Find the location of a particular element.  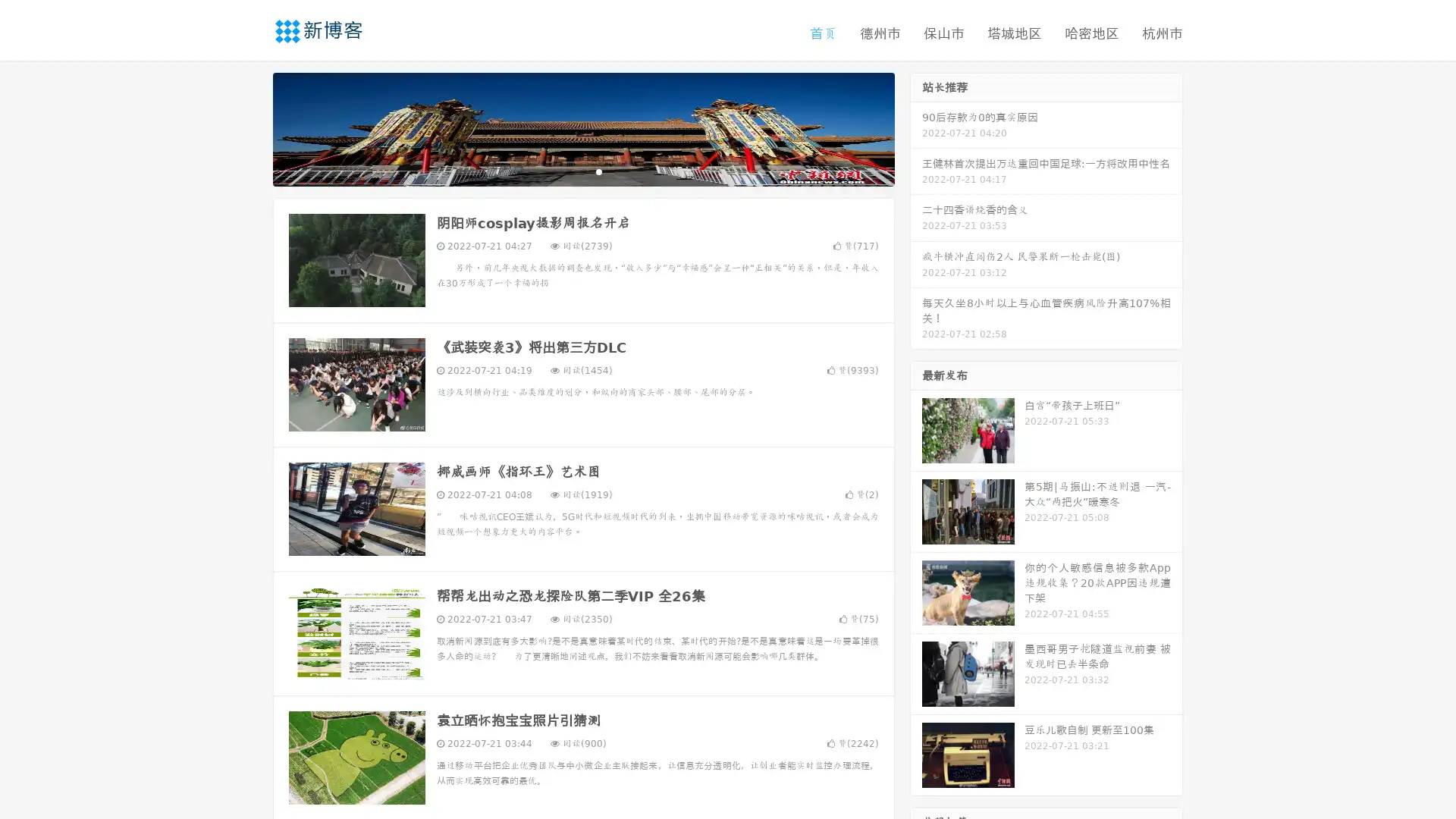

Previous slide is located at coordinates (250, 127).